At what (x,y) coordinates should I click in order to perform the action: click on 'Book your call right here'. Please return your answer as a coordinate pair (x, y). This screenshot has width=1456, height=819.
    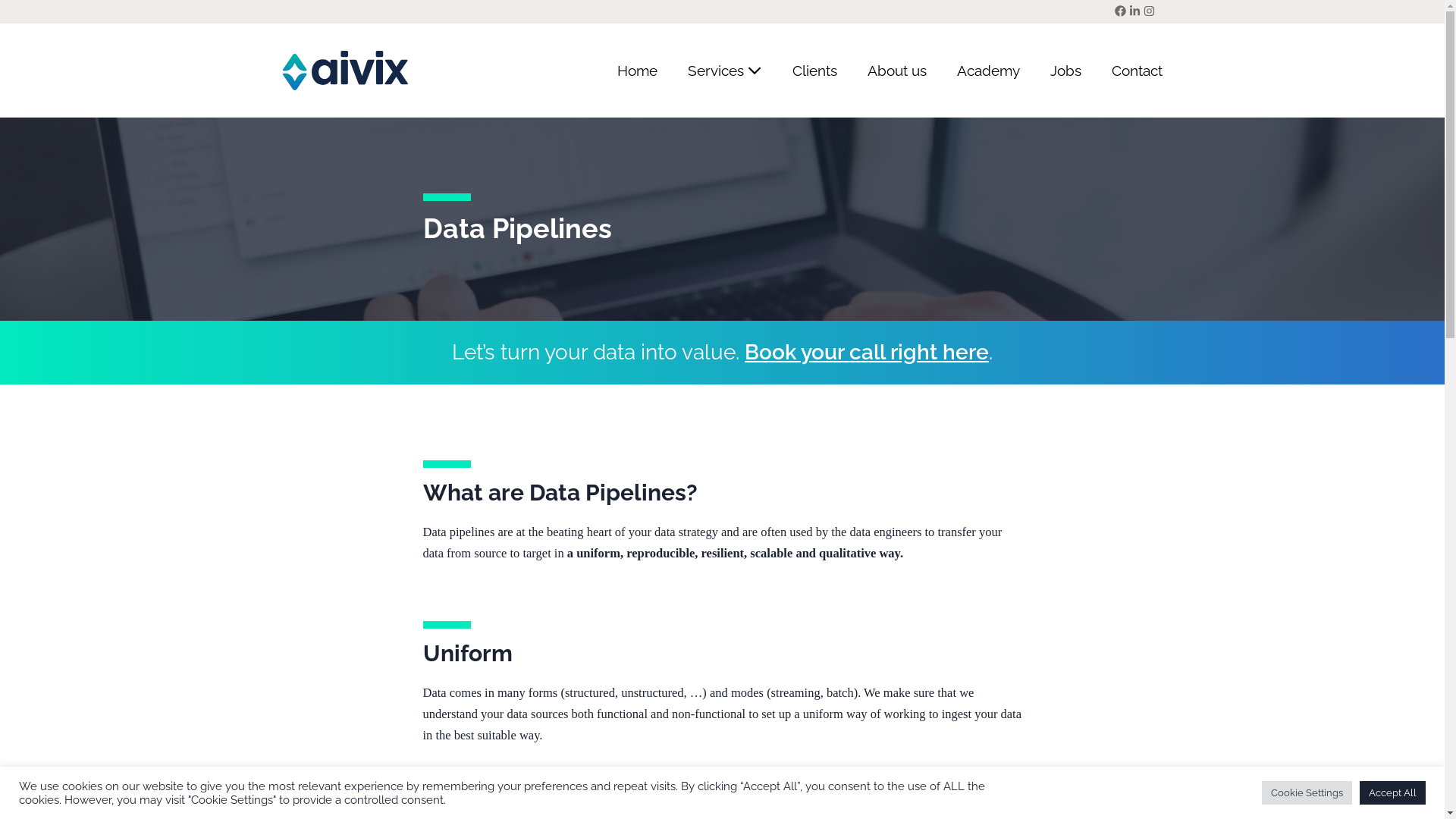
    Looking at the image, I should click on (745, 352).